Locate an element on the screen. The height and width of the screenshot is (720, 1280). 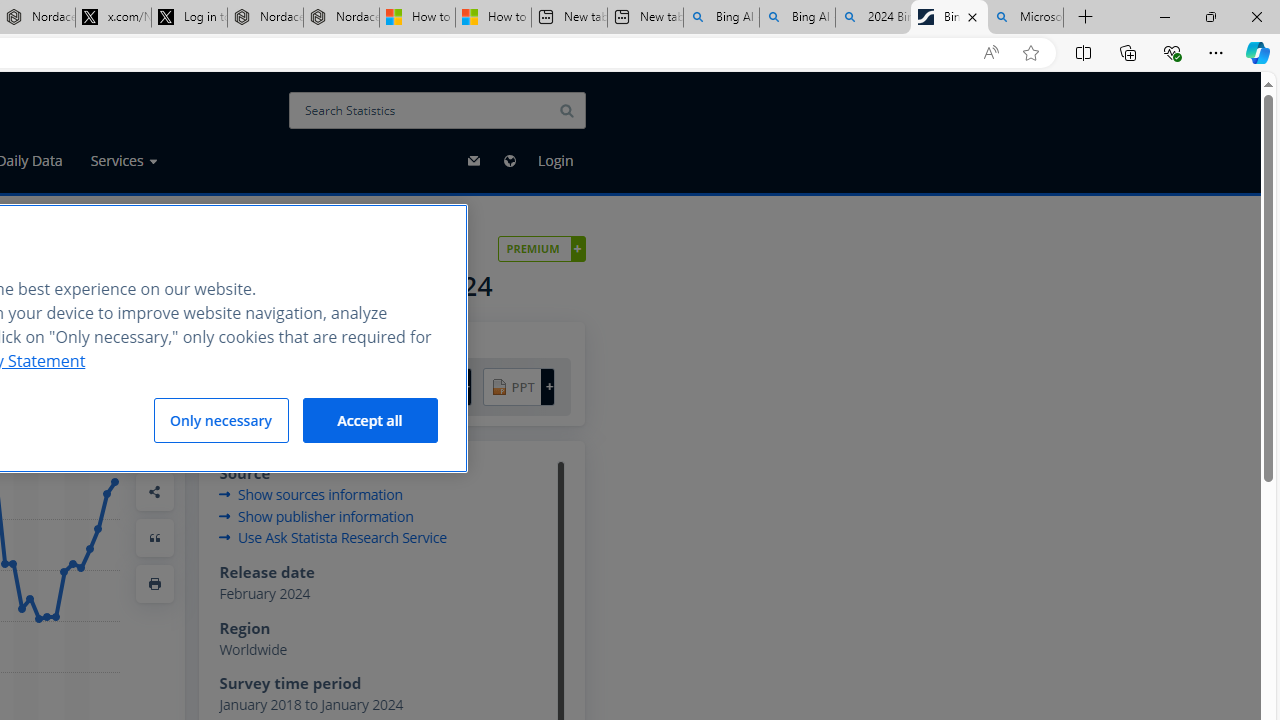
'PPT +' is located at coordinates (519, 387).